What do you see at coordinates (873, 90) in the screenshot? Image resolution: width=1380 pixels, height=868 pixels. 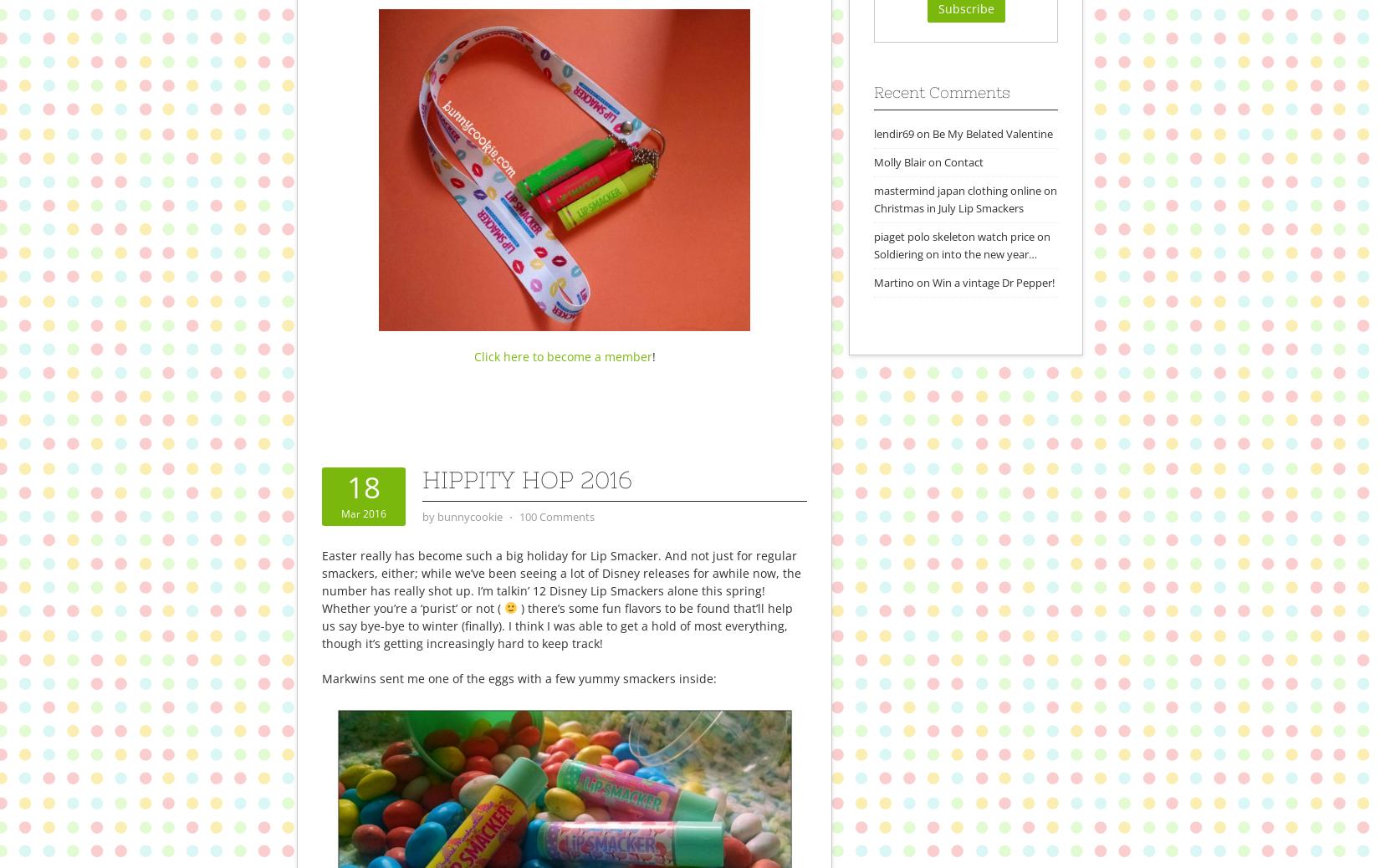 I see `'Recent Comments'` at bounding box center [873, 90].